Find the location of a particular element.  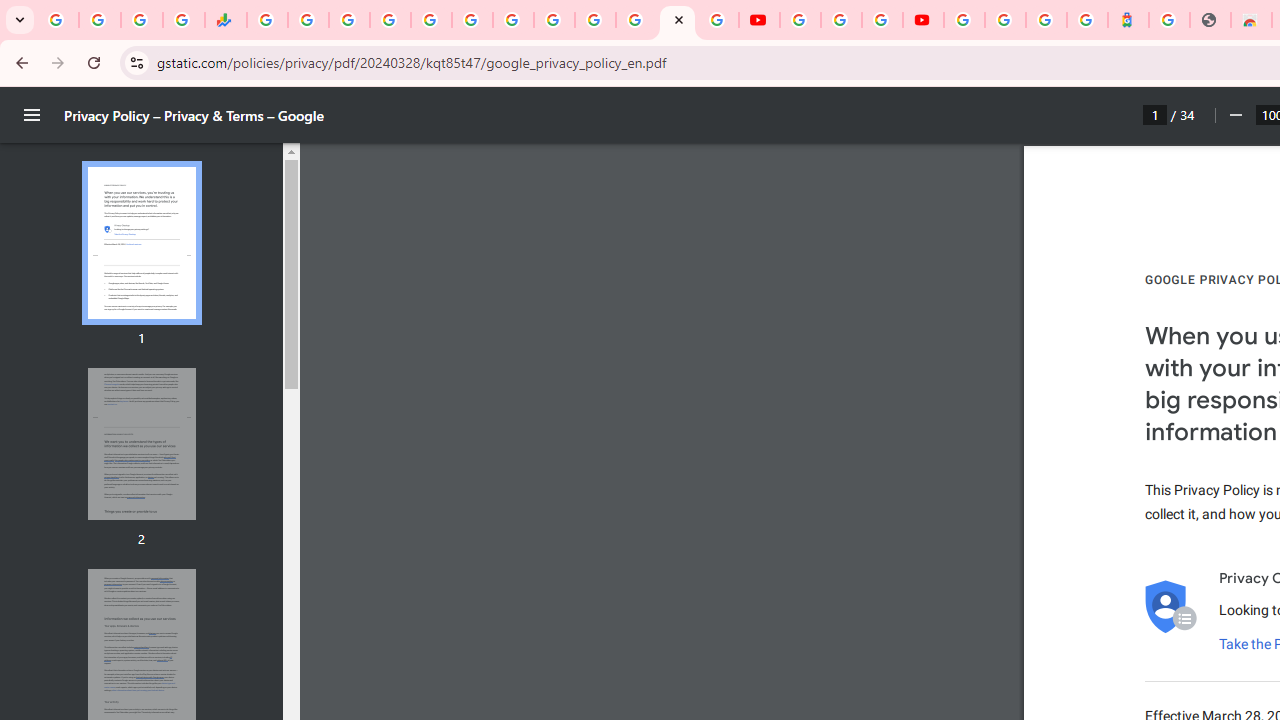

'Google Account Help' is located at coordinates (840, 20).